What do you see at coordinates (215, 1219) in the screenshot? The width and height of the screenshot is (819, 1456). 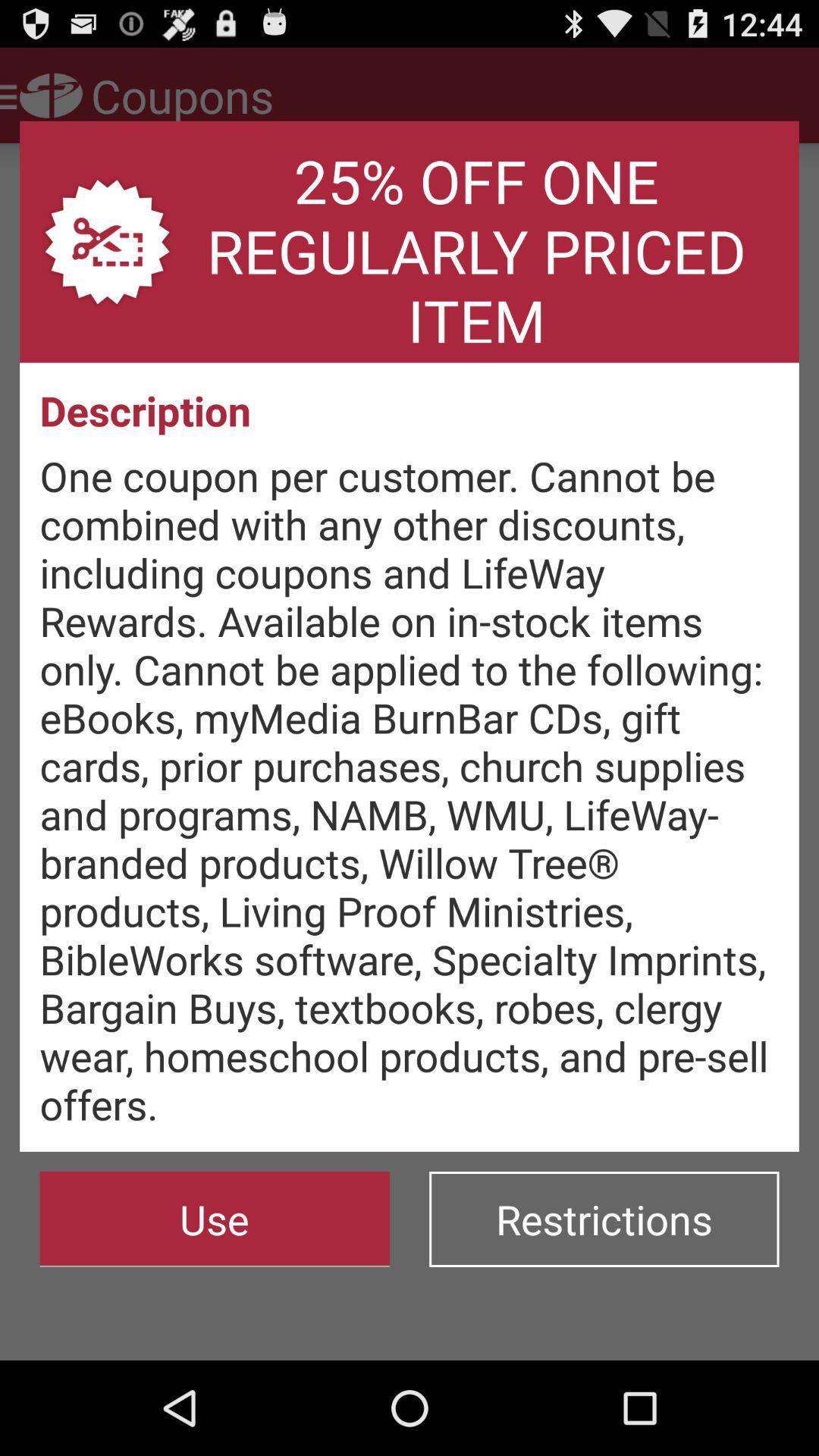 I see `the icon next to the restrictions button` at bounding box center [215, 1219].